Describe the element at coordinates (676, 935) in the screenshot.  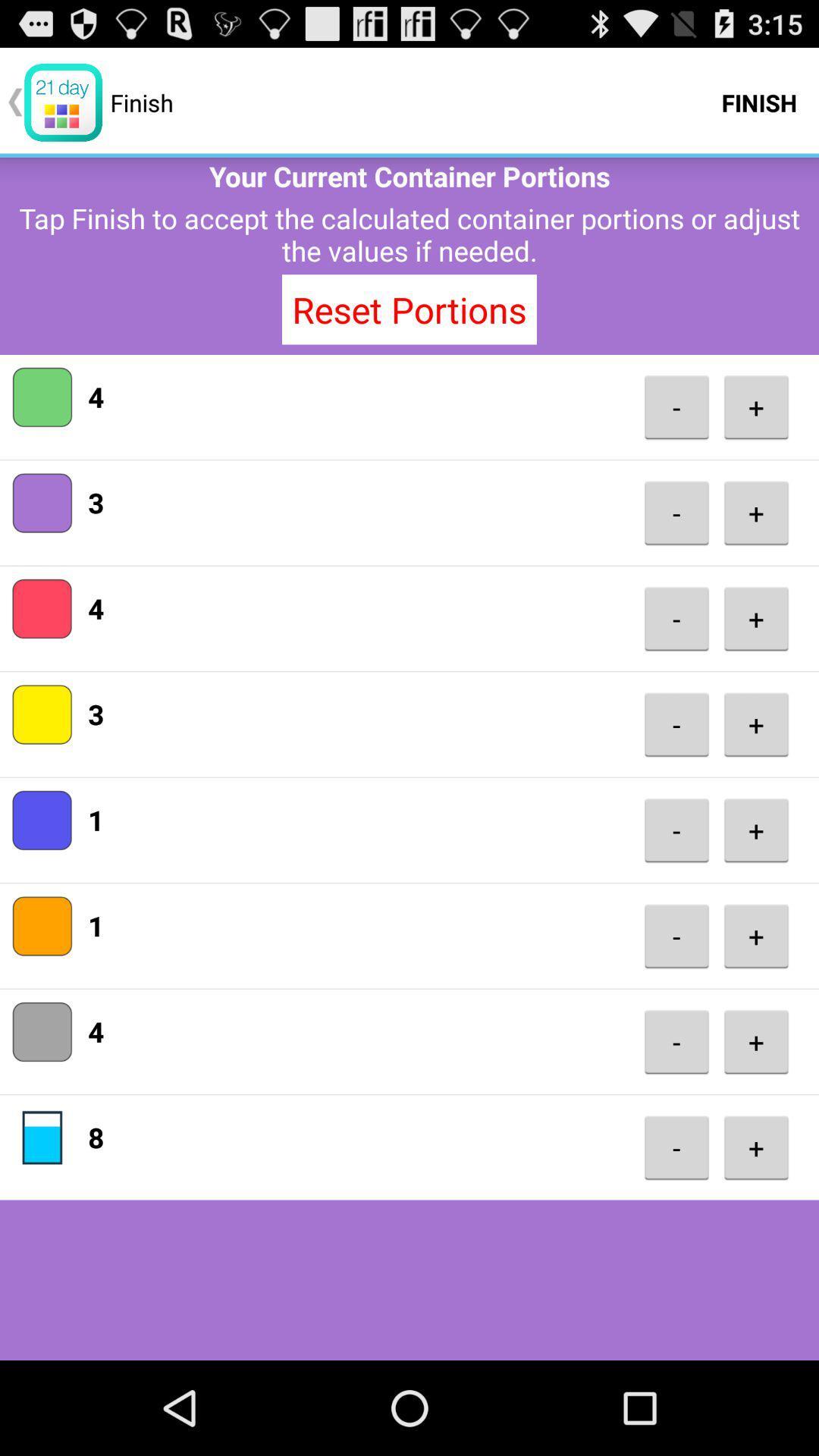
I see `icon below -` at that location.